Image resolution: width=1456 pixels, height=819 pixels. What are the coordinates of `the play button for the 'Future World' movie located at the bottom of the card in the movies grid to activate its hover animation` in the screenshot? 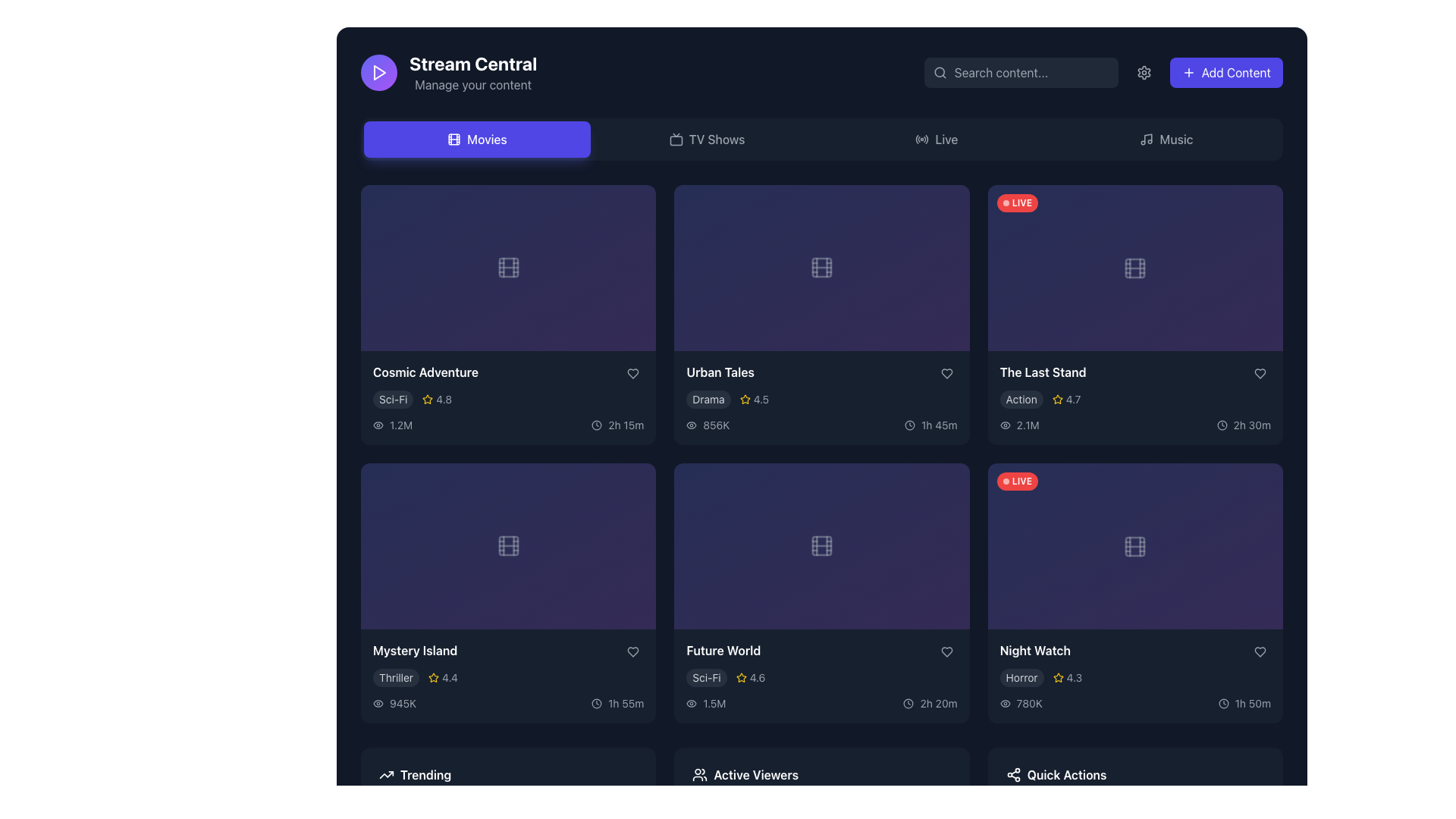 It's located at (821, 604).